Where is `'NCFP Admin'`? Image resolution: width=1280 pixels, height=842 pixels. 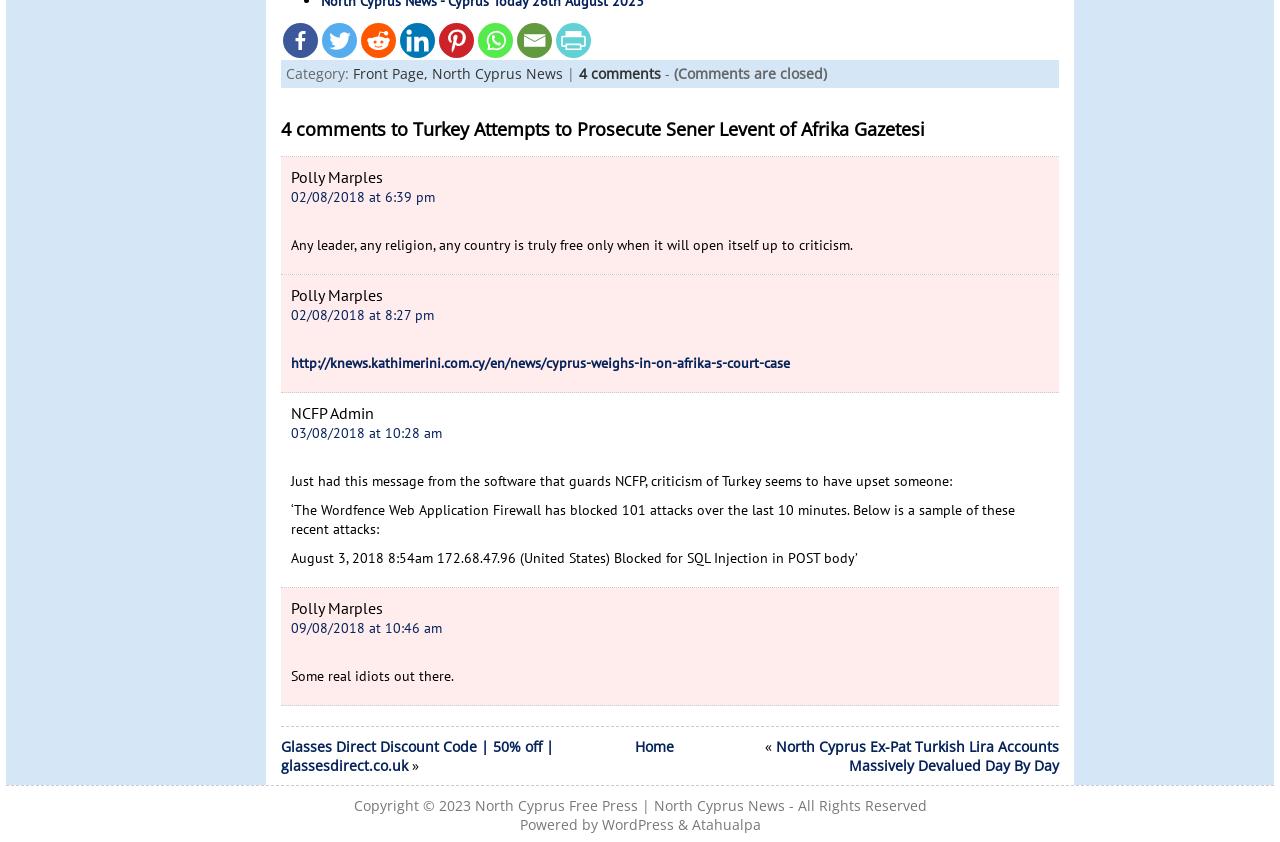
'NCFP Admin' is located at coordinates (332, 413).